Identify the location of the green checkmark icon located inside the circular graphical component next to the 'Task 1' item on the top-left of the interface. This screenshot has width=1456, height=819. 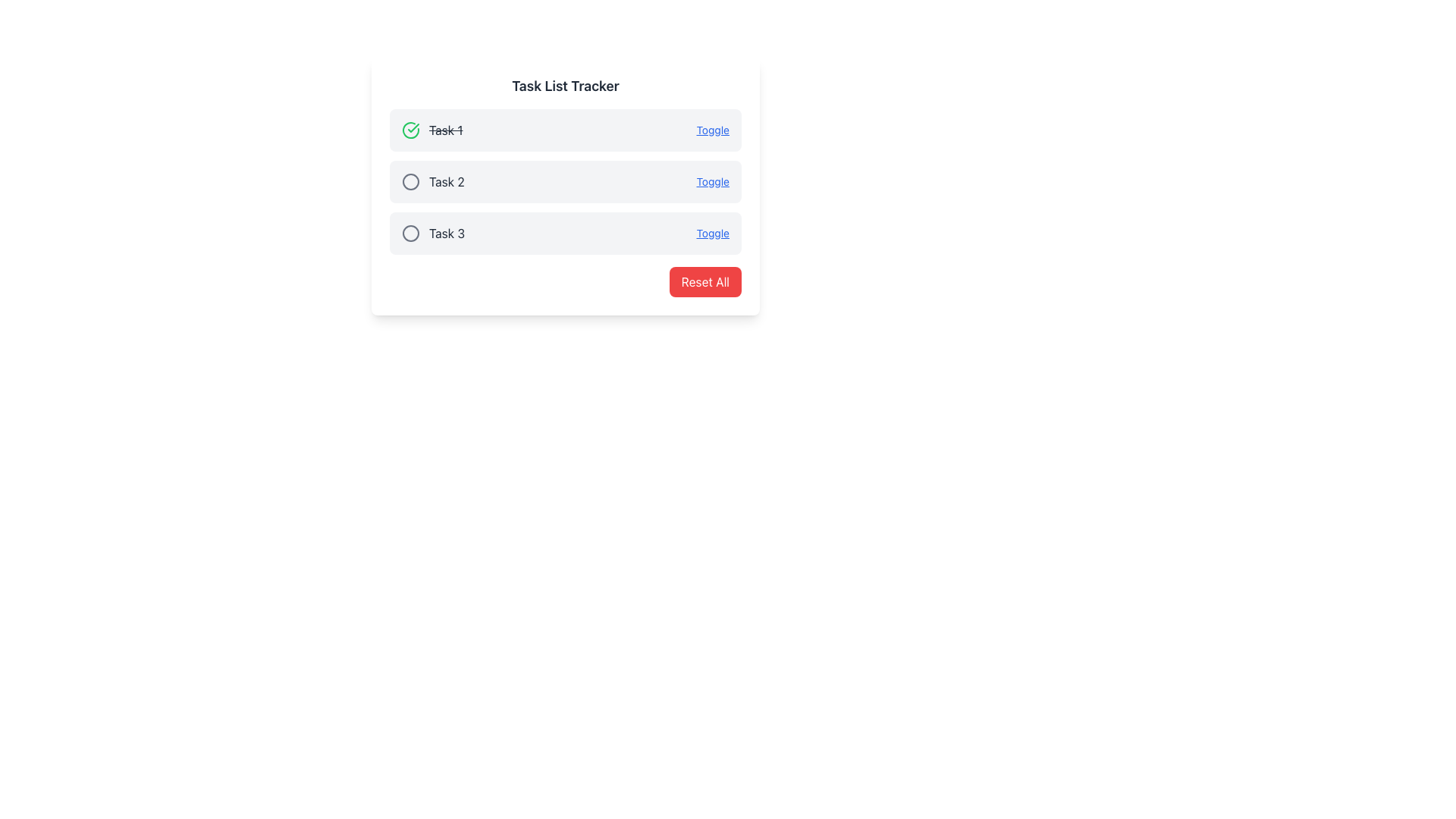
(413, 127).